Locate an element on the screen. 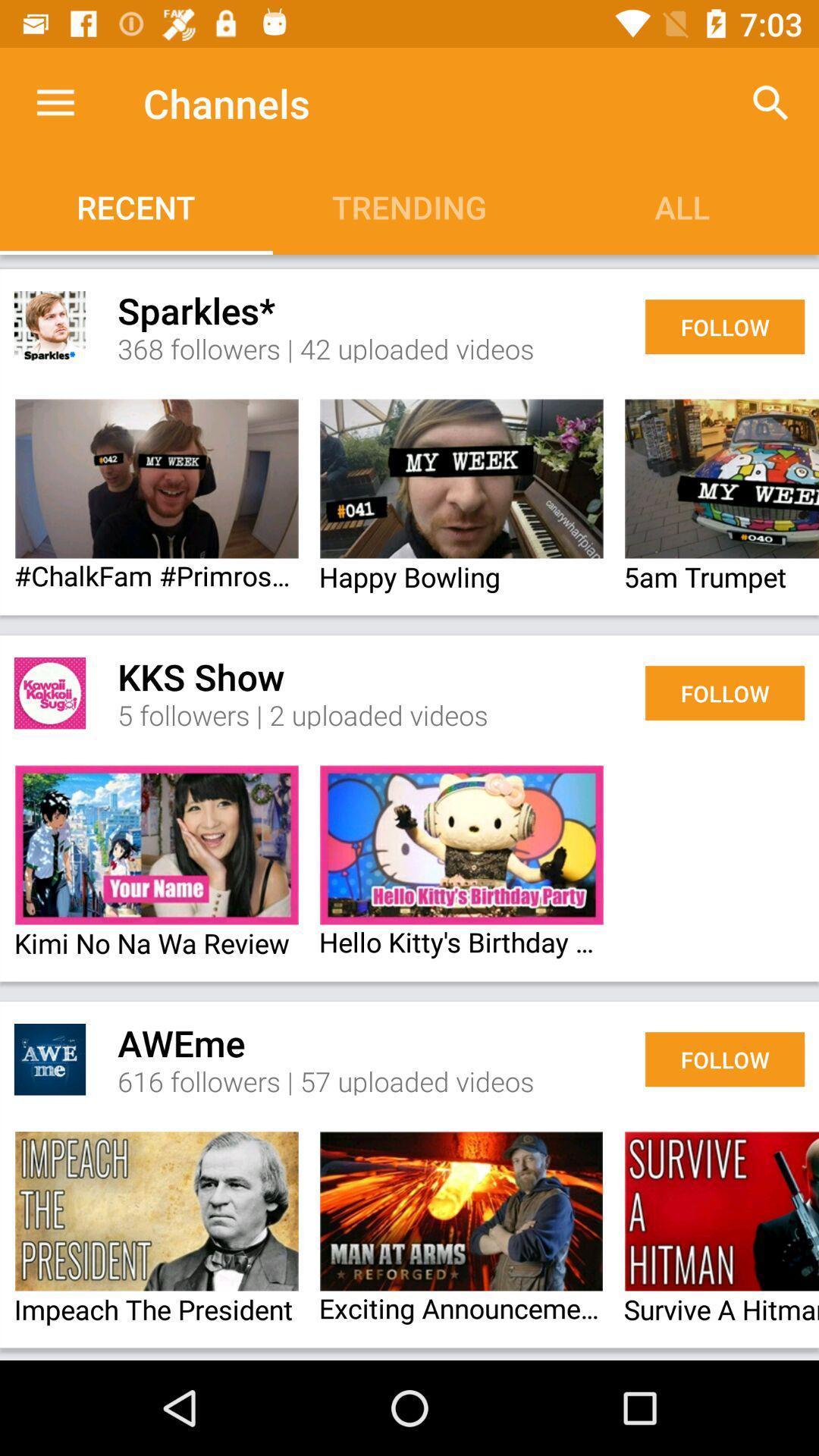 The width and height of the screenshot is (819, 1456). the item above recent icon is located at coordinates (55, 102).